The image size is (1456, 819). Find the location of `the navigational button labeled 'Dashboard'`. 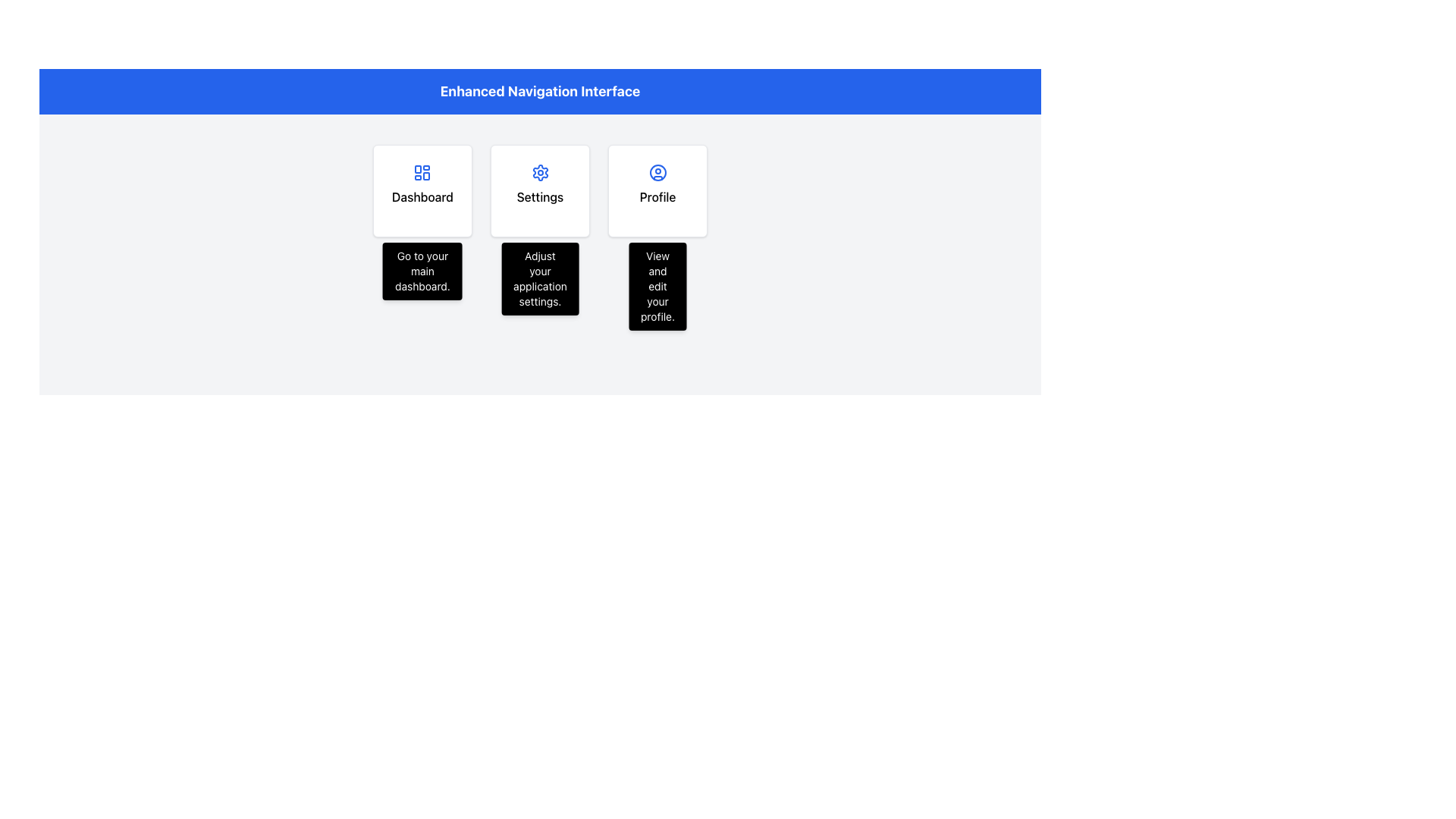

the navigational button labeled 'Dashboard' is located at coordinates (422, 190).